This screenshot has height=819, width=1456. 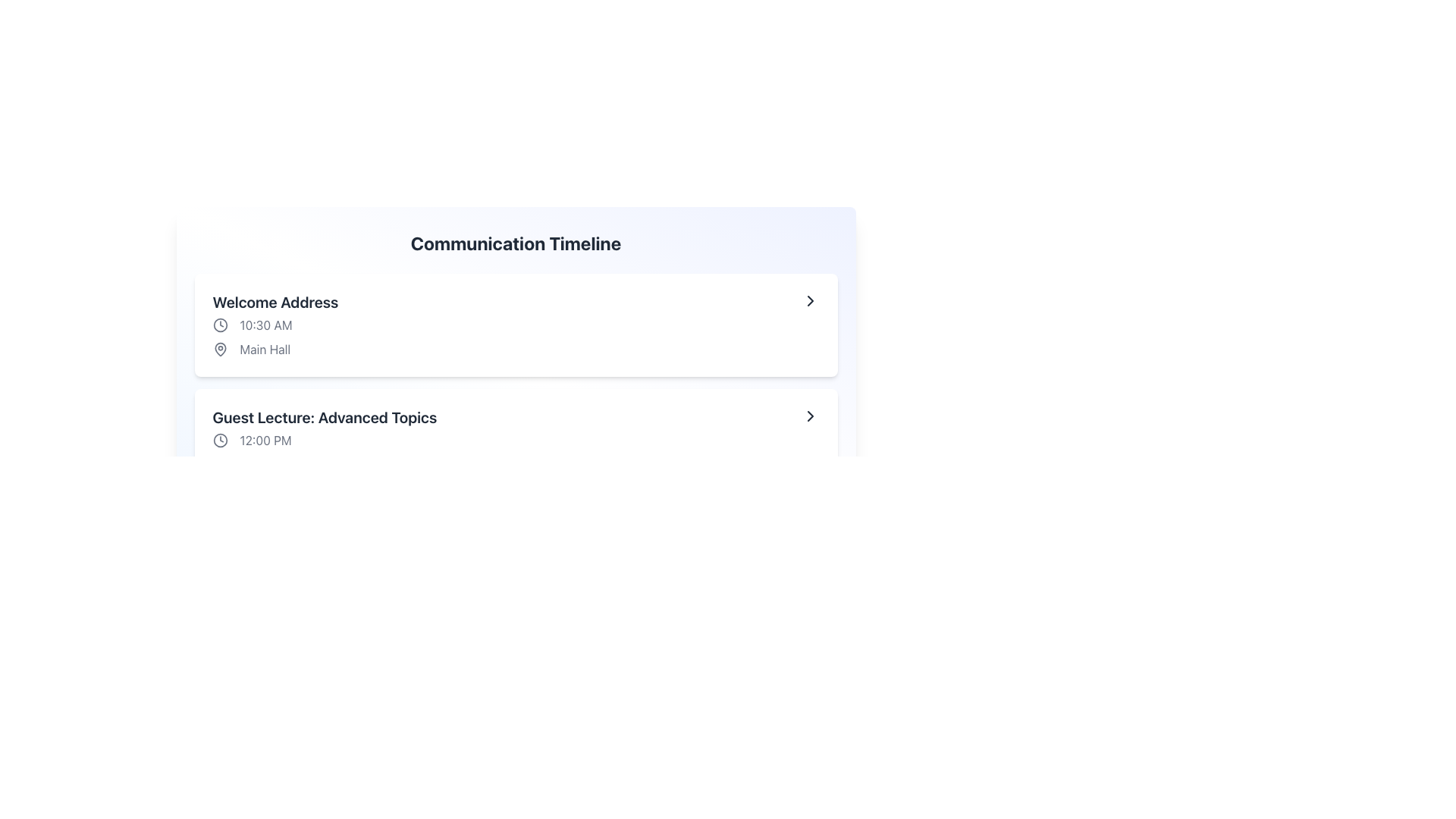 I want to click on the right-pointing arrow icon in dark gray color located at the top-right corner of the 'Welcome Address' card, so click(x=809, y=301).